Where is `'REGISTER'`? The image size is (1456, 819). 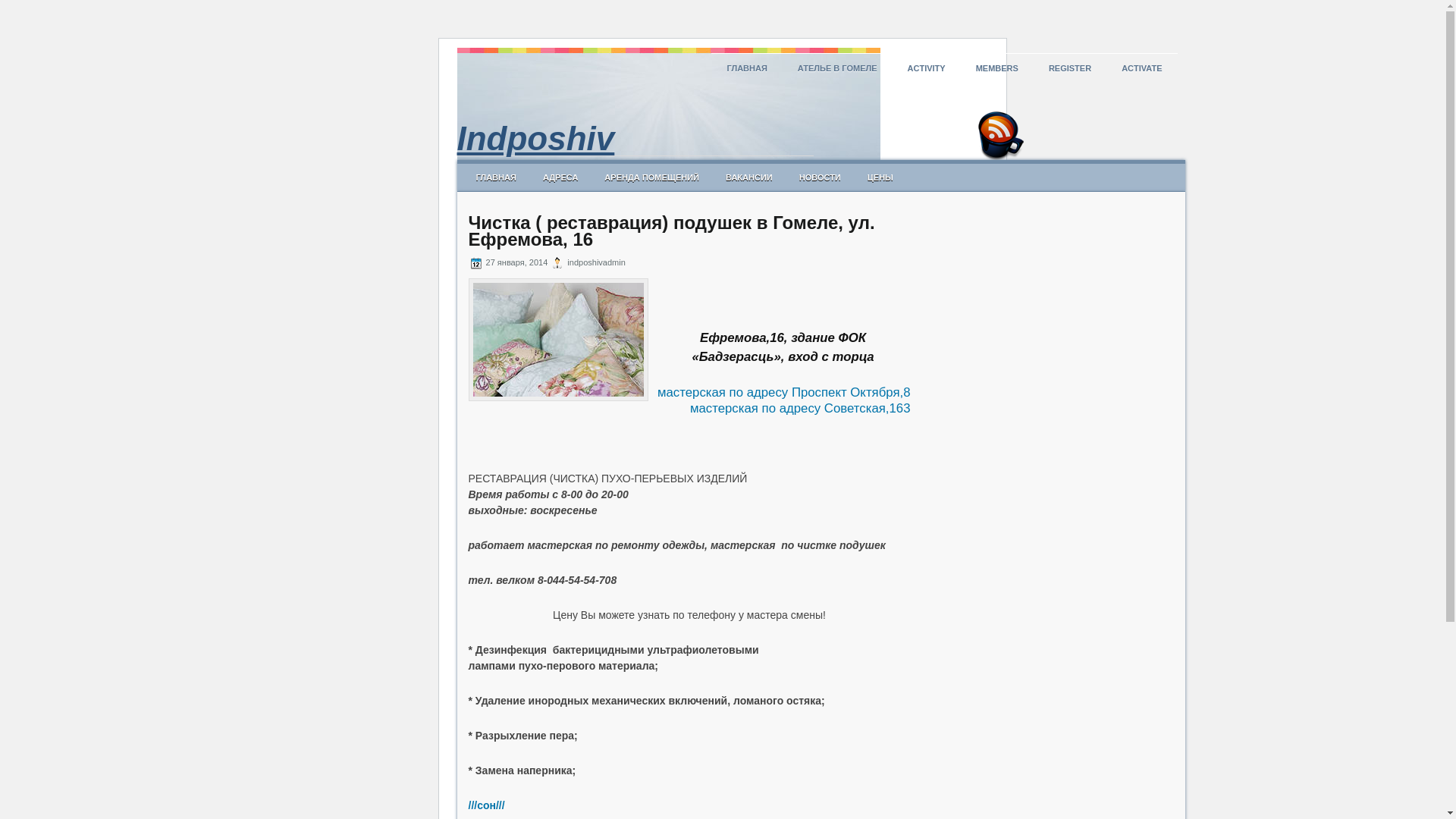
'REGISTER' is located at coordinates (1069, 68).